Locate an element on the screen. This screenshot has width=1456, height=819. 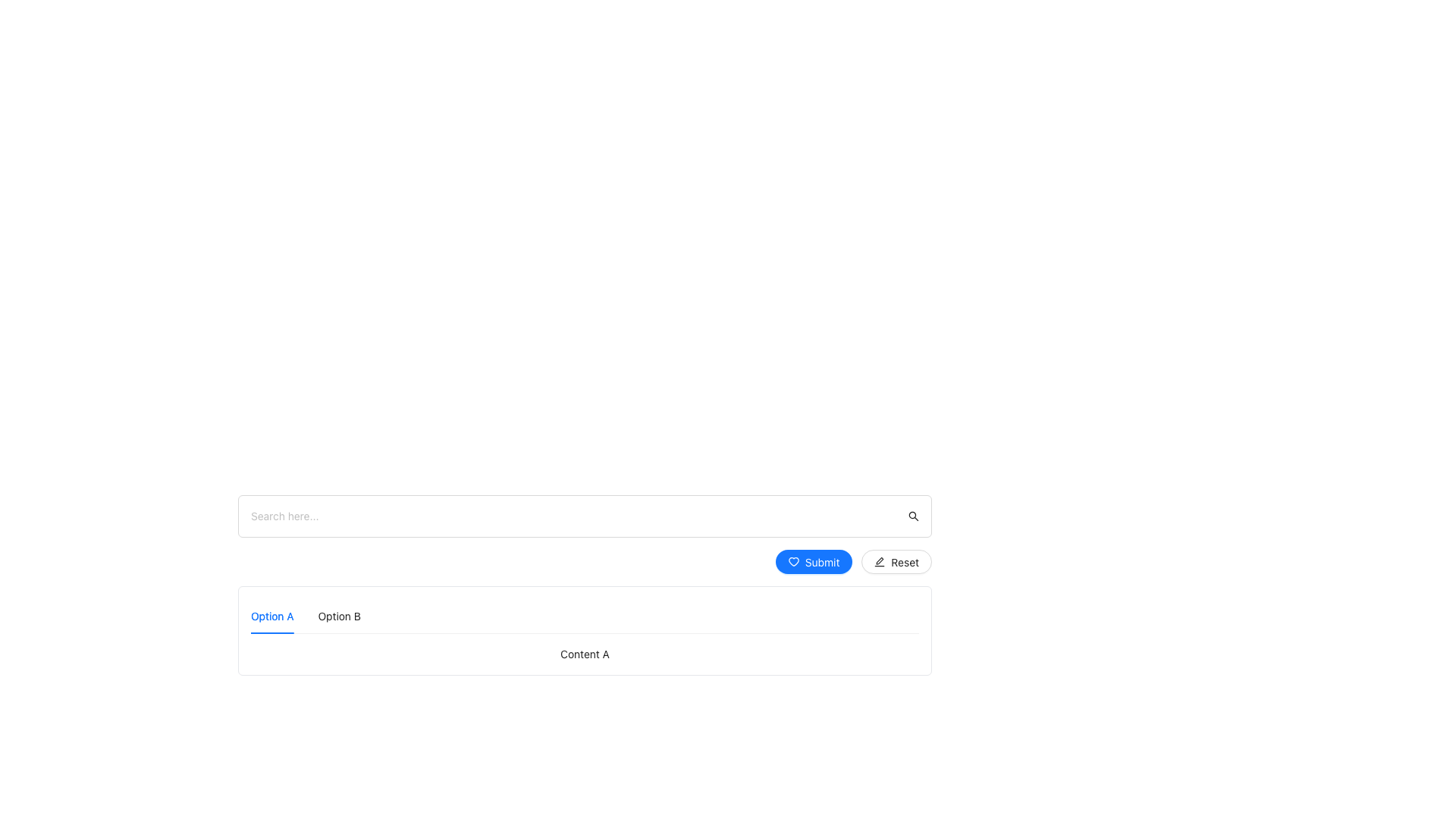
the magnifying glass icon located at the far-right end of the search bar is located at coordinates (912, 516).